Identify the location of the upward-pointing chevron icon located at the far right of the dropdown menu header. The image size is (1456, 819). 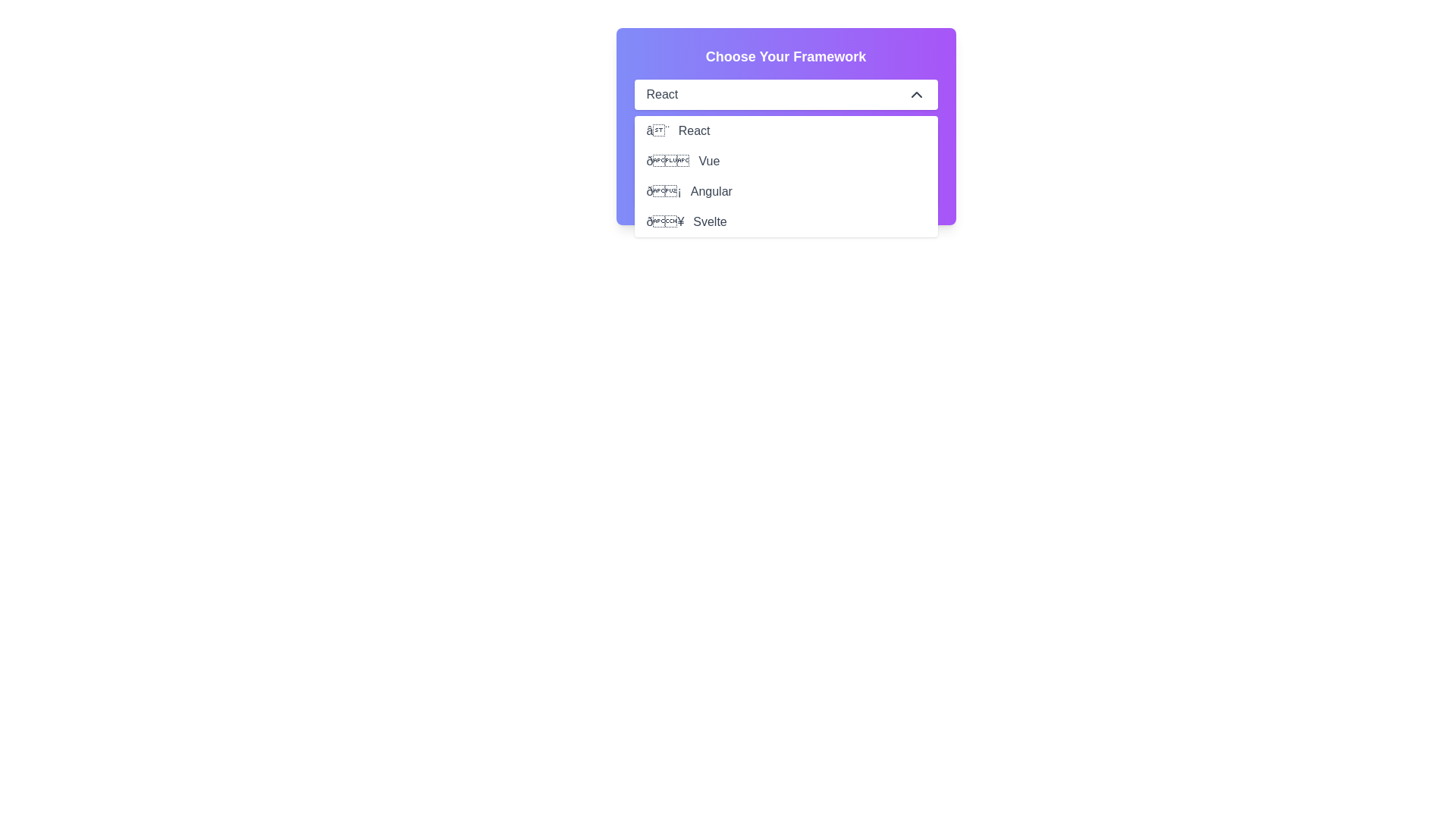
(915, 94).